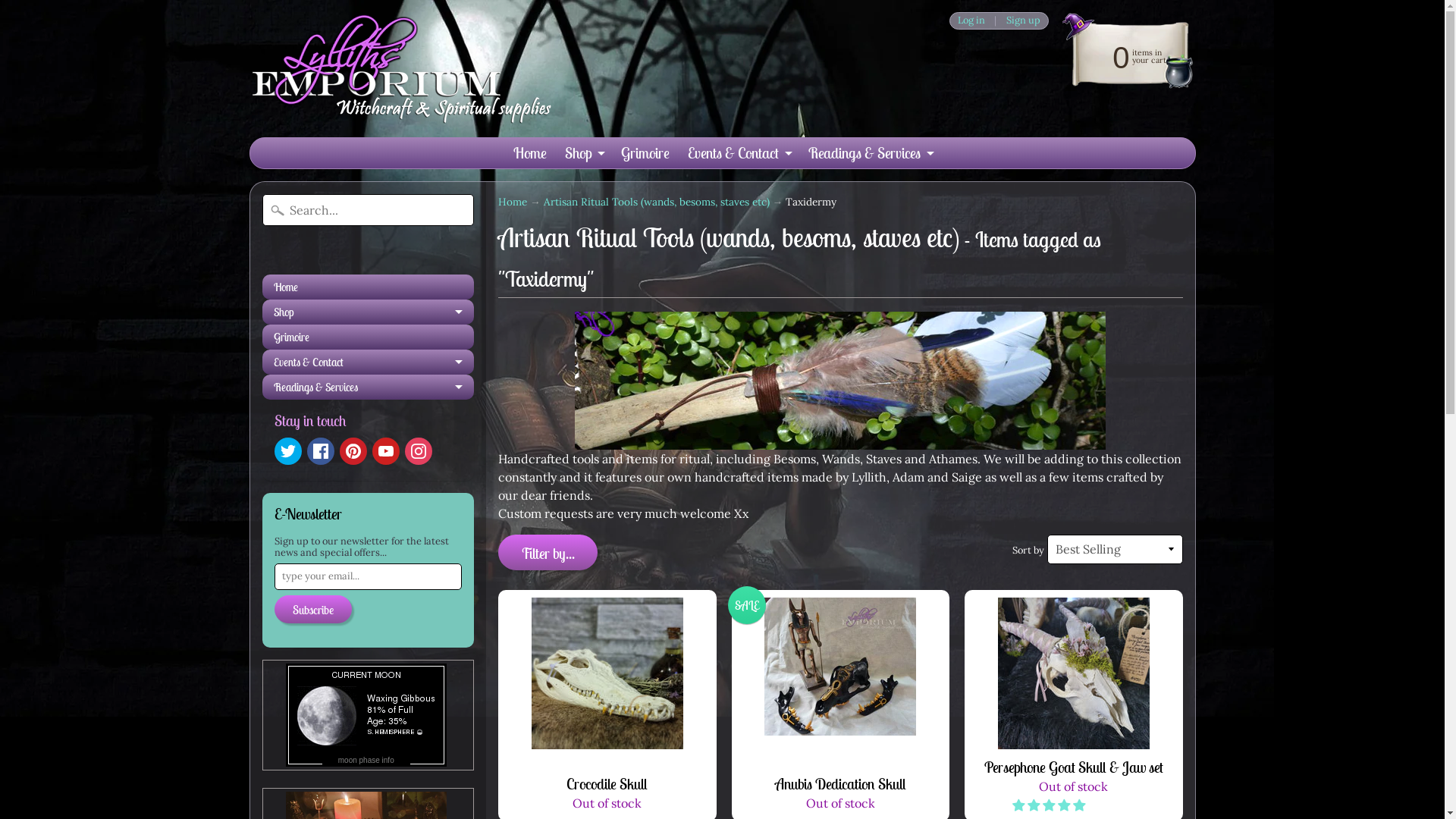 Image resolution: width=1456 pixels, height=819 pixels. Describe the element at coordinates (404, 450) in the screenshot. I see `'Instagram'` at that location.